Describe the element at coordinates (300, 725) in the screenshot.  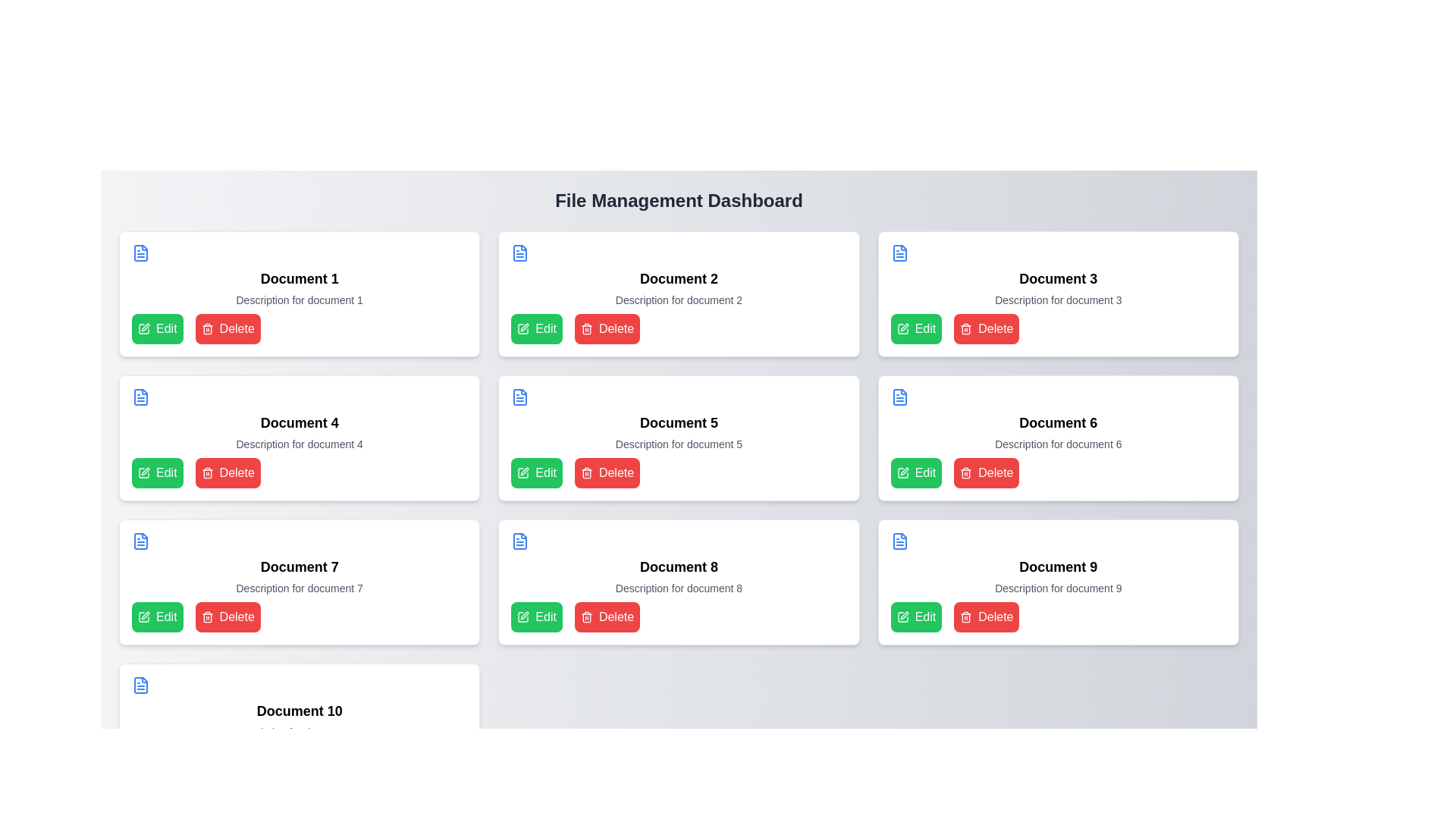
I see `the 'Edit' button on the 'Document 10' card, which is a rectangular card with a white background and rounded corners, located at the bottom-left corner of the grid layout` at that location.